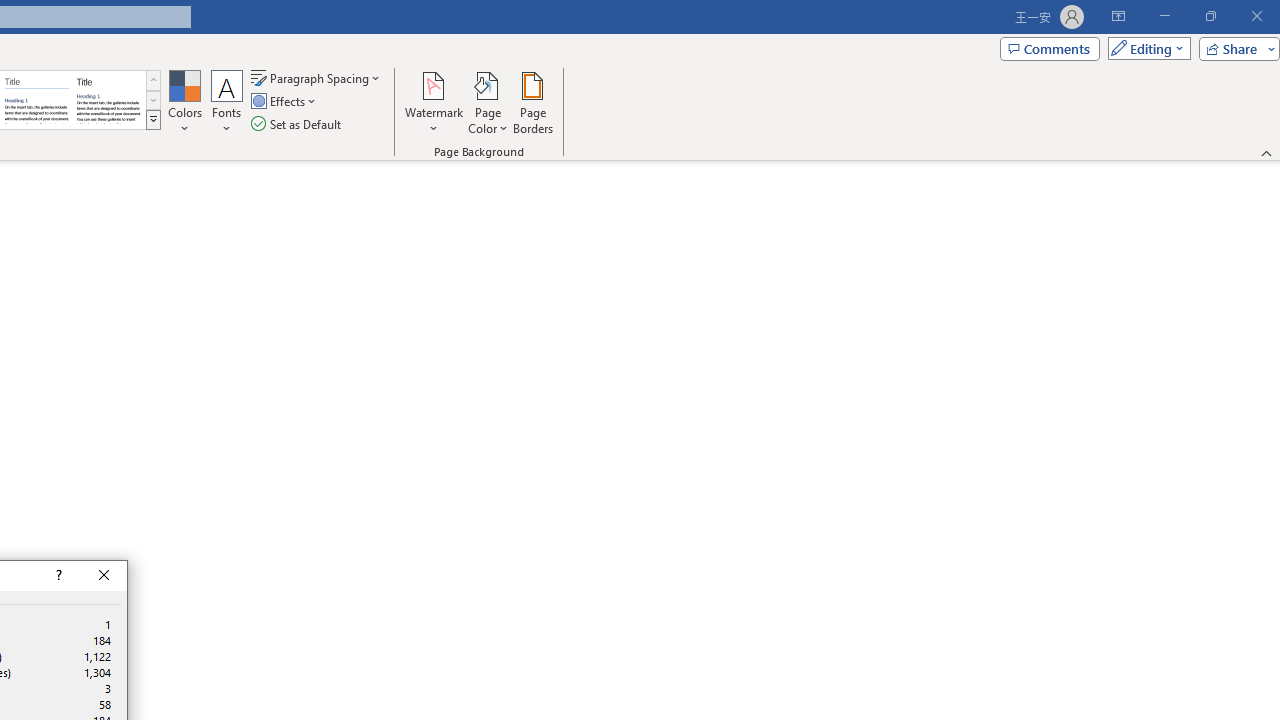 This screenshot has width=1280, height=720. I want to click on 'Set as Default', so click(297, 124).